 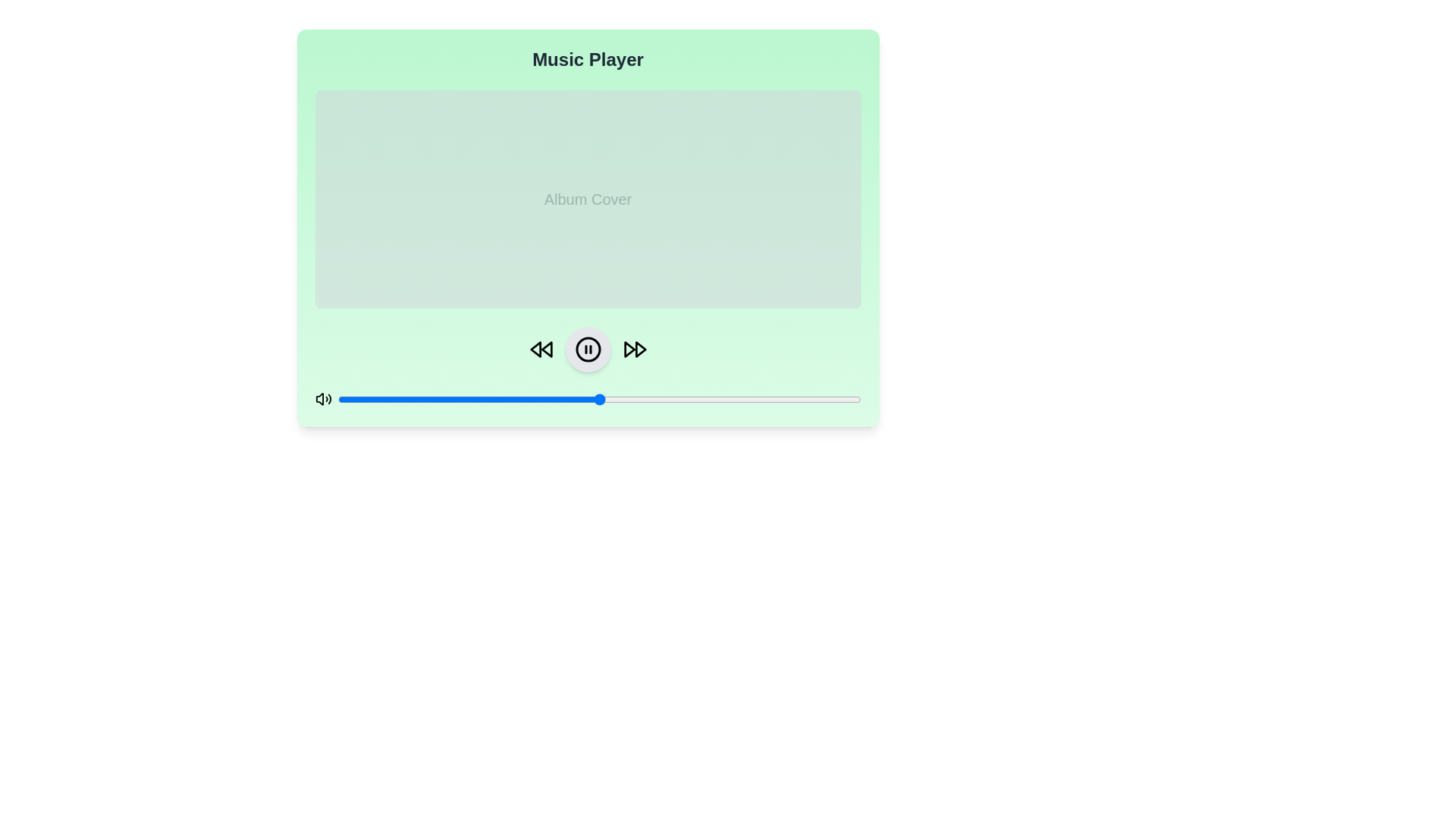 I want to click on volume level, so click(x=380, y=399).